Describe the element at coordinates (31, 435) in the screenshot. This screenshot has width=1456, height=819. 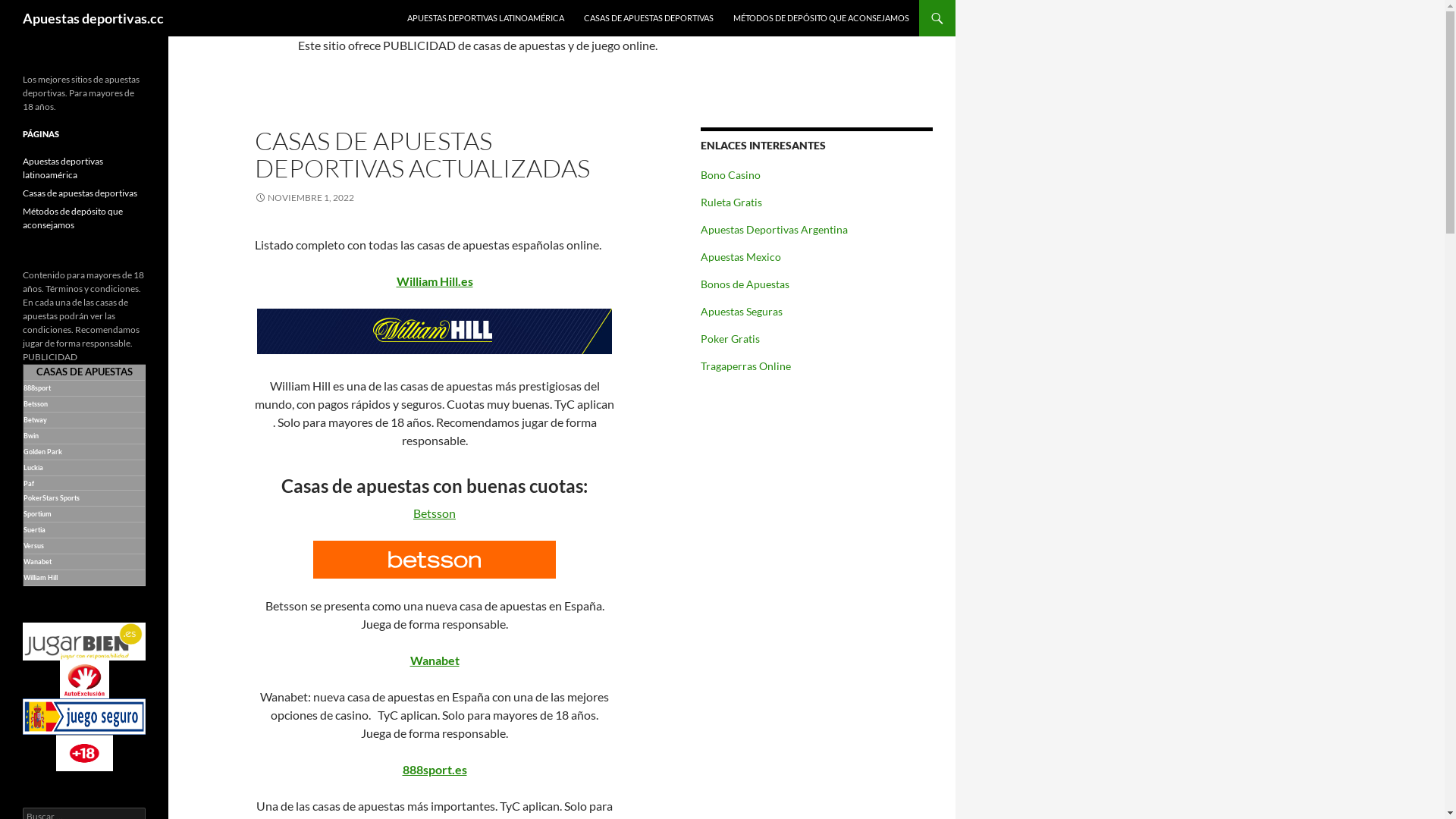
I see `'Bwin'` at that location.